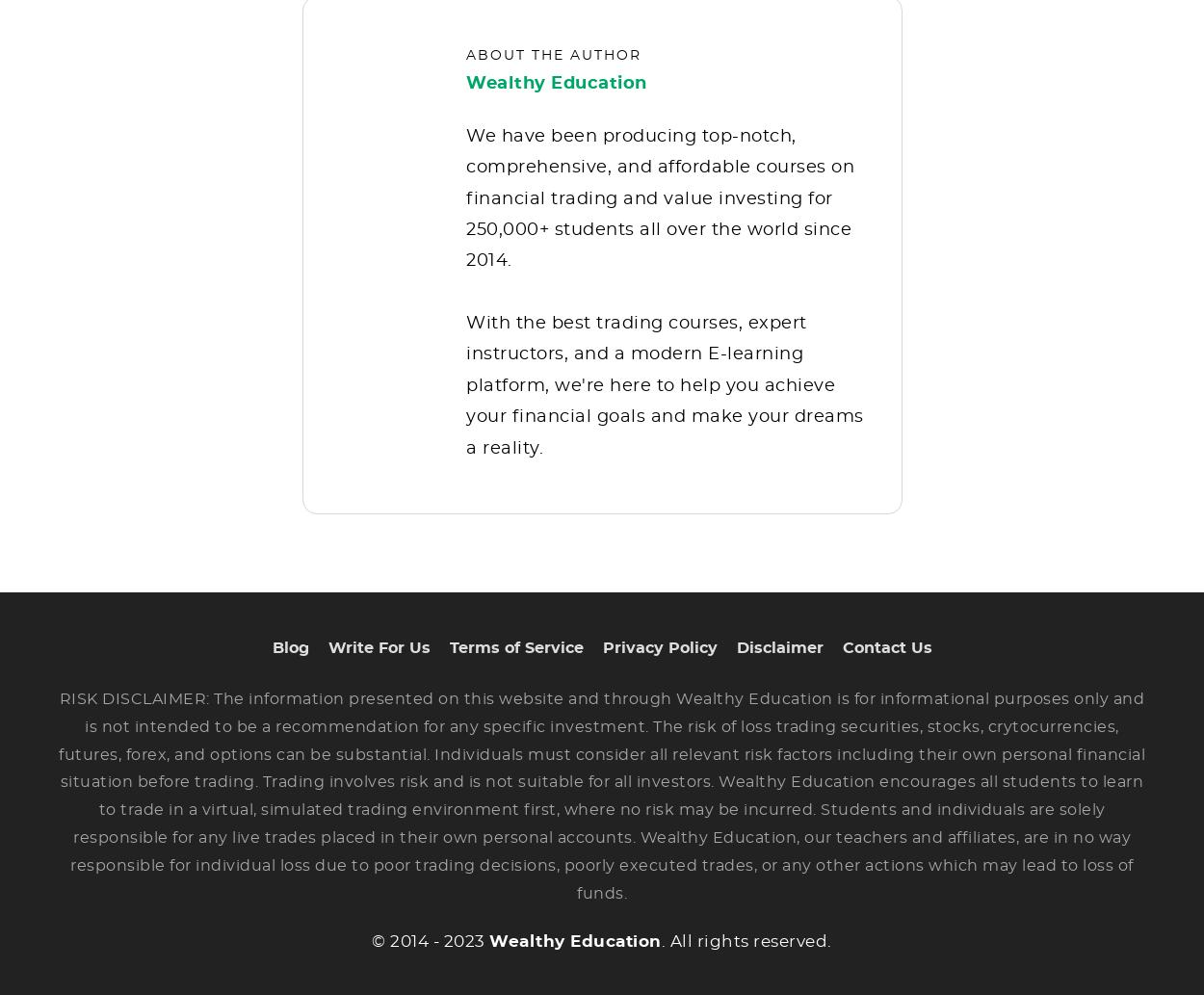 This screenshot has width=1204, height=995. Describe the element at coordinates (779, 661) in the screenshot. I see `'Disclaimer'` at that location.